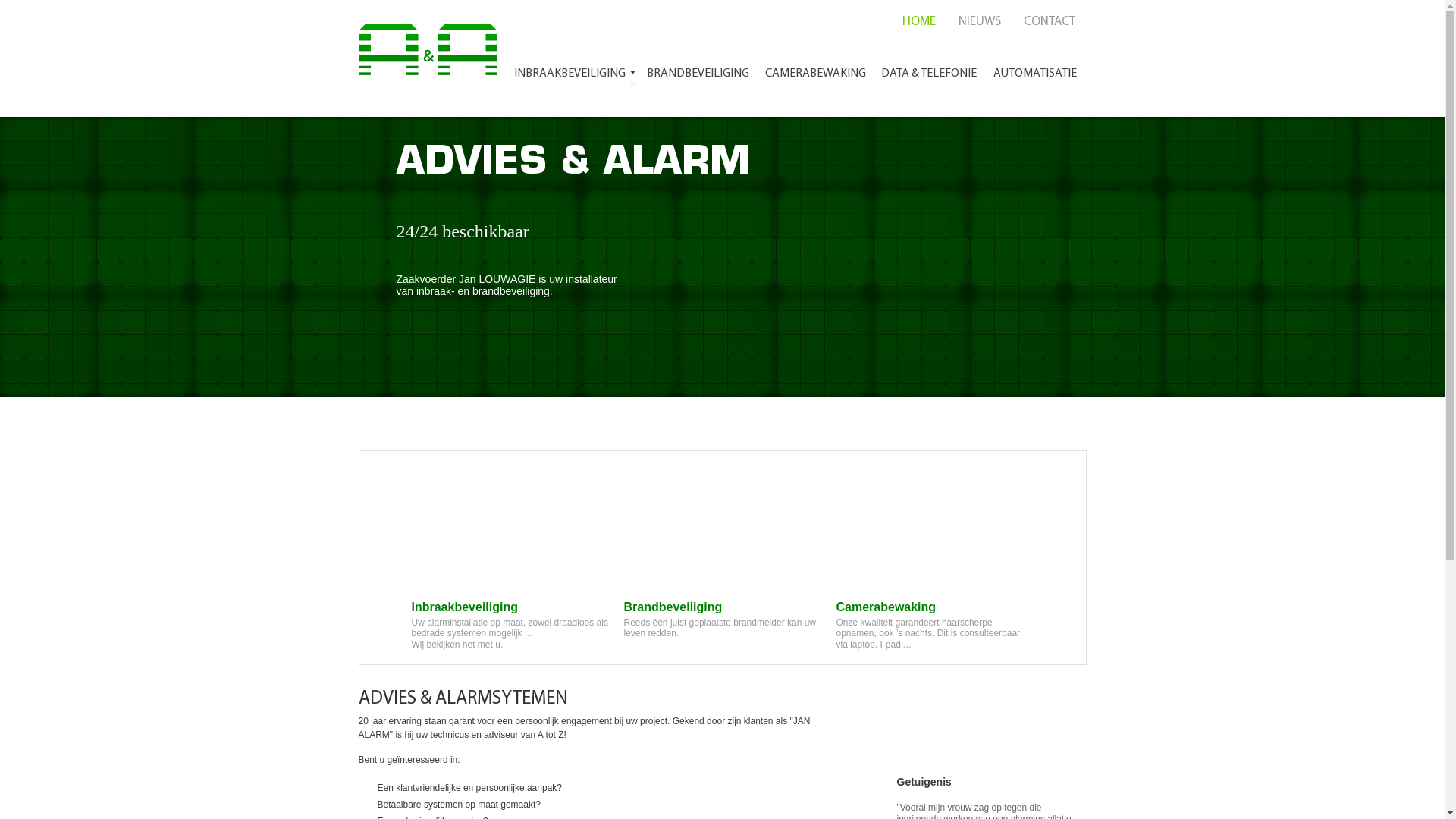 The image size is (1456, 819). What do you see at coordinates (946, 21) in the screenshot?
I see `'NIEUWS'` at bounding box center [946, 21].